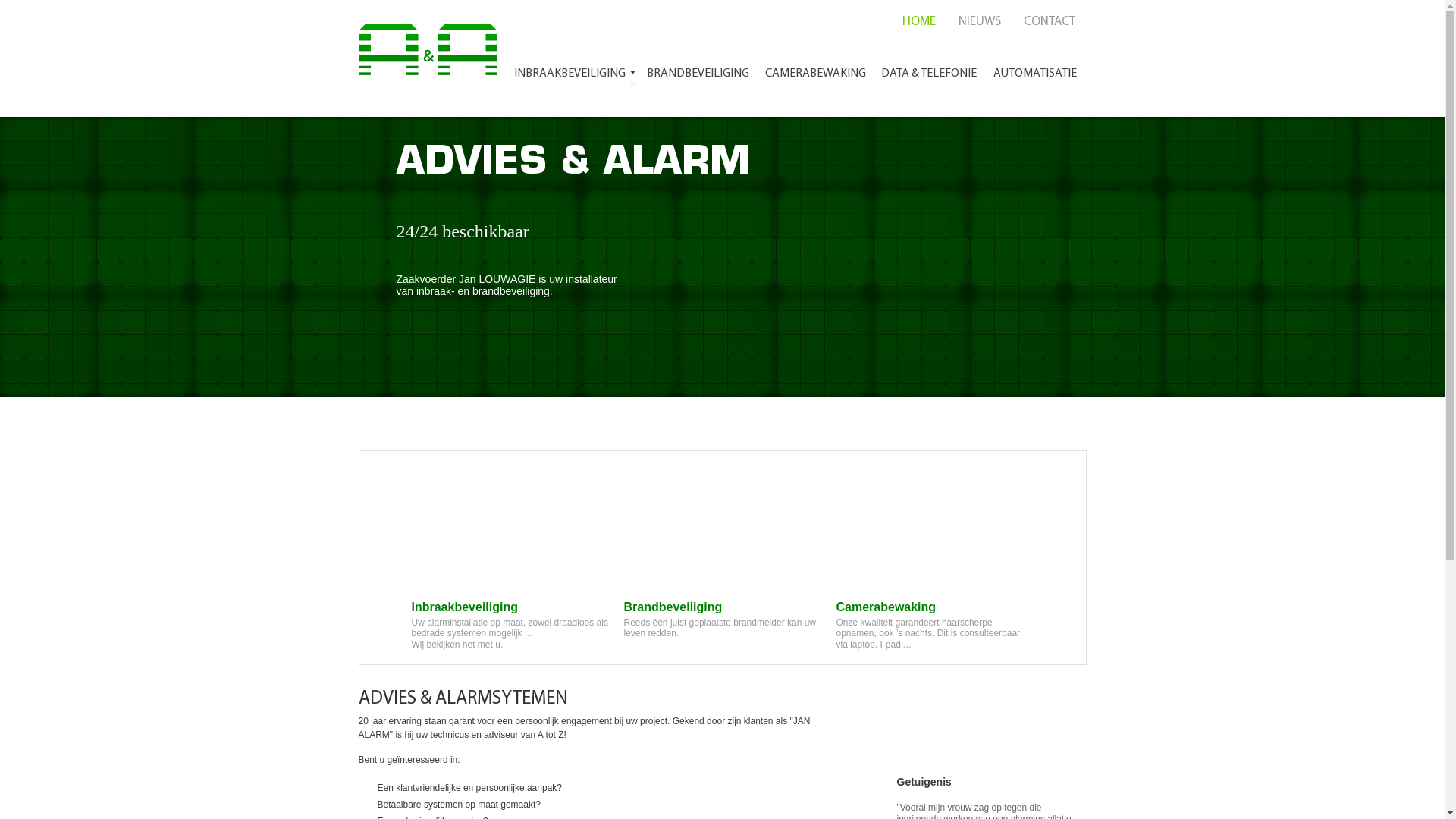 The image size is (1456, 819). What do you see at coordinates (946, 21) in the screenshot?
I see `'NIEUWS'` at bounding box center [946, 21].